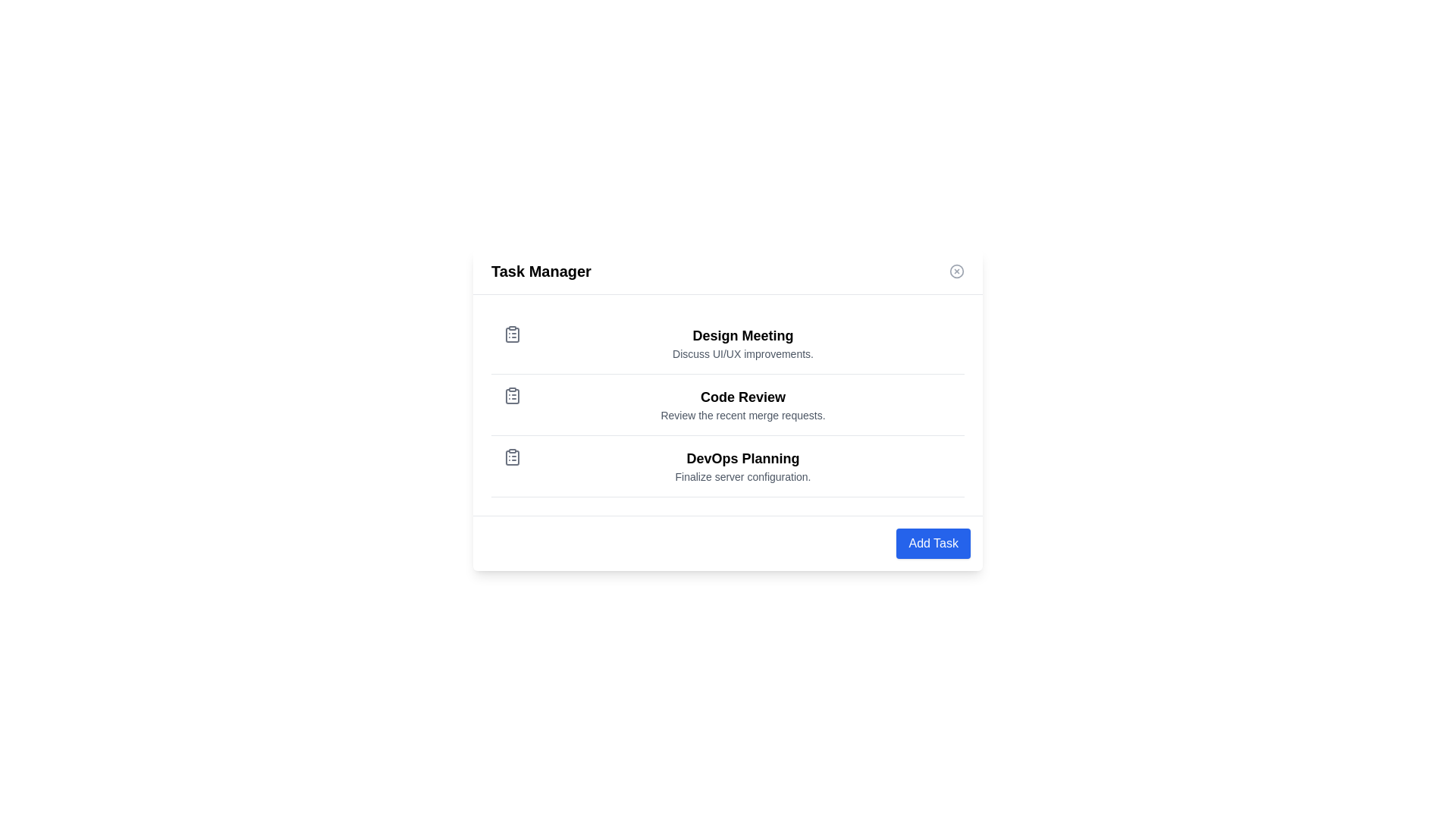 The width and height of the screenshot is (1456, 819). What do you see at coordinates (956, 270) in the screenshot?
I see `close button (X) in the top-right corner of the Task Manager dialog` at bounding box center [956, 270].